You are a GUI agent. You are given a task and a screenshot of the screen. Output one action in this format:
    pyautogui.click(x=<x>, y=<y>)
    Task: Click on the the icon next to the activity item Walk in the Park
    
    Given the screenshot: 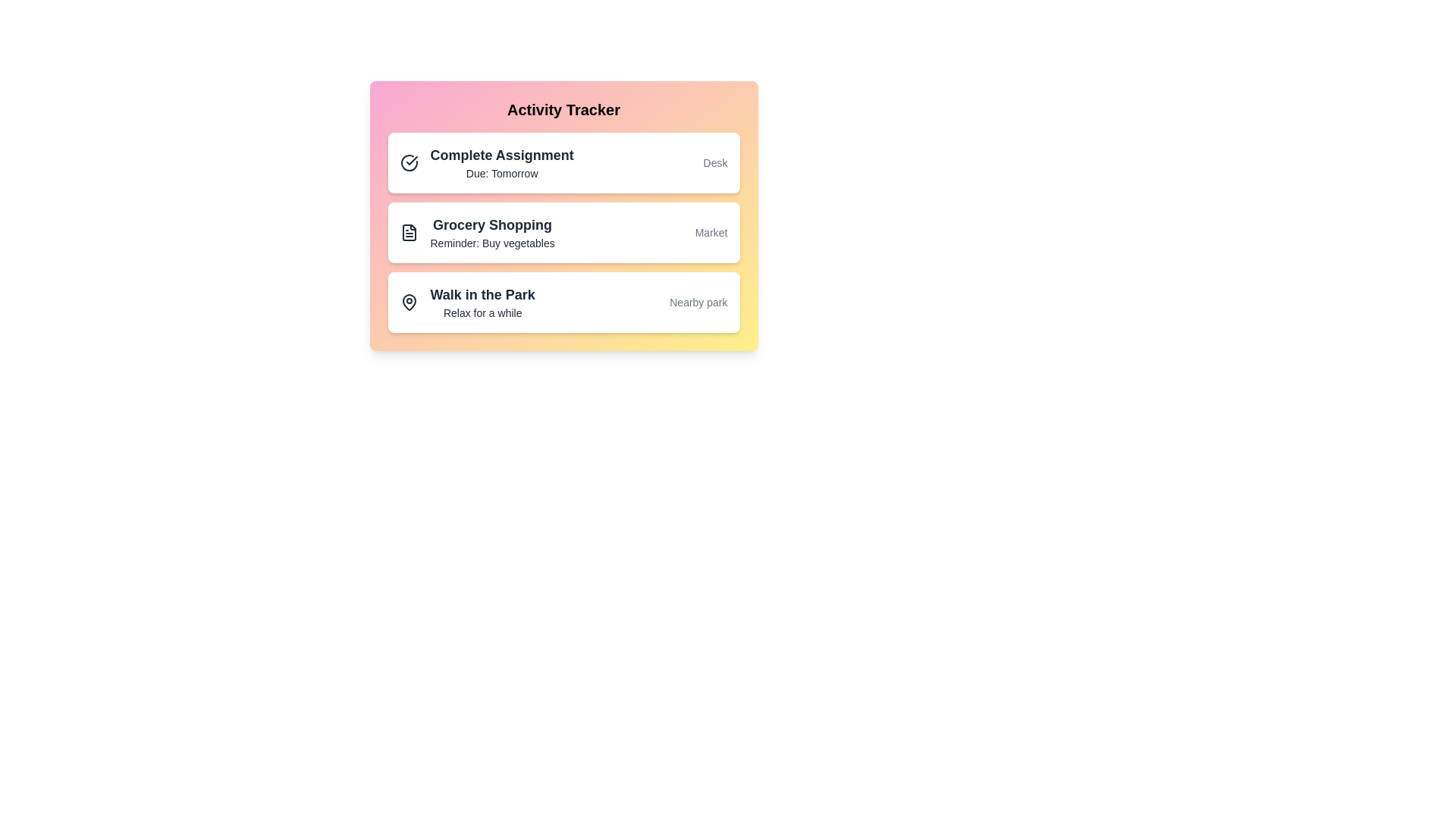 What is the action you would take?
    pyautogui.click(x=409, y=302)
    